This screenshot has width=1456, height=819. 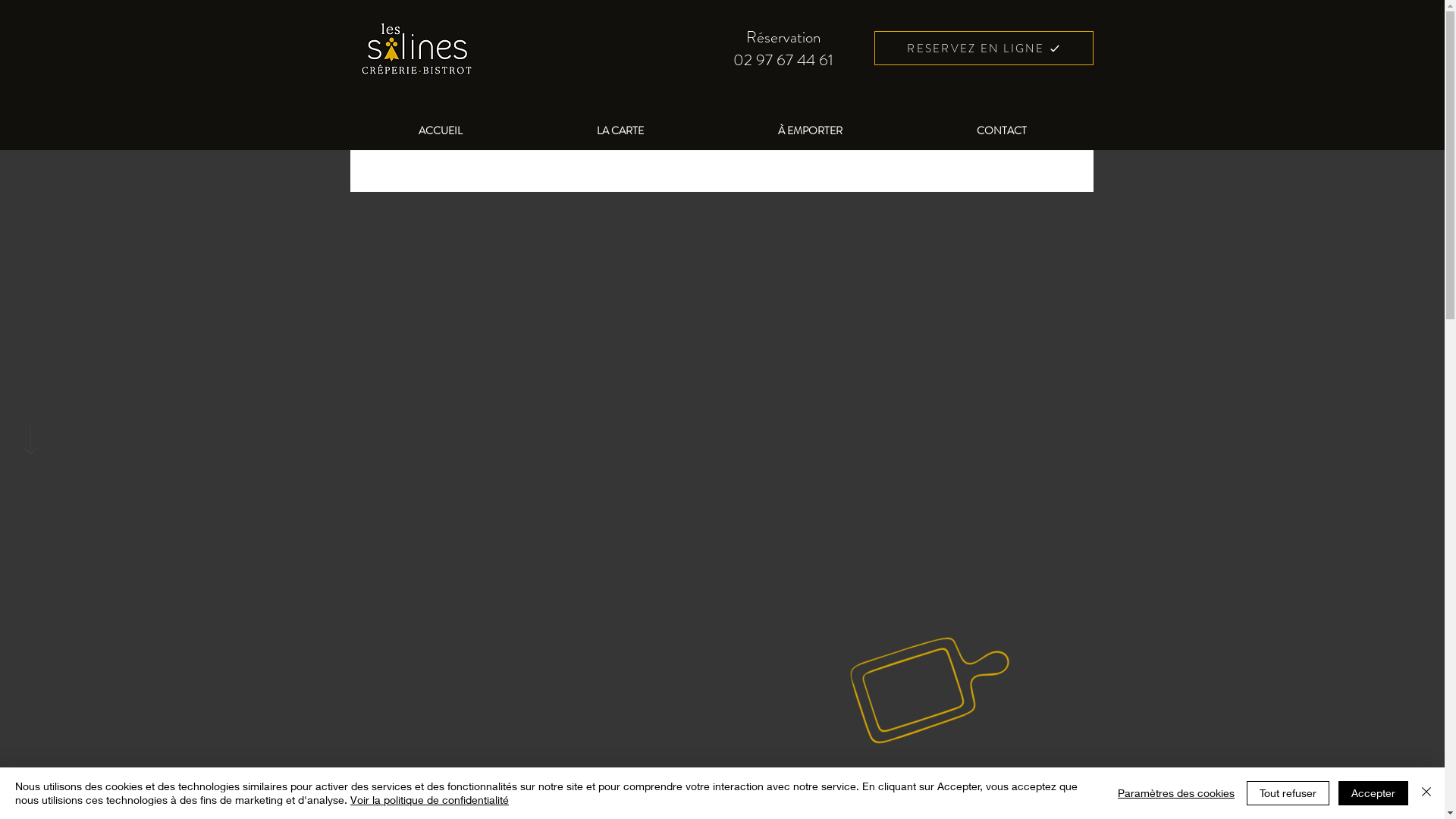 What do you see at coordinates (1002, 130) in the screenshot?
I see `'CONTACT'` at bounding box center [1002, 130].